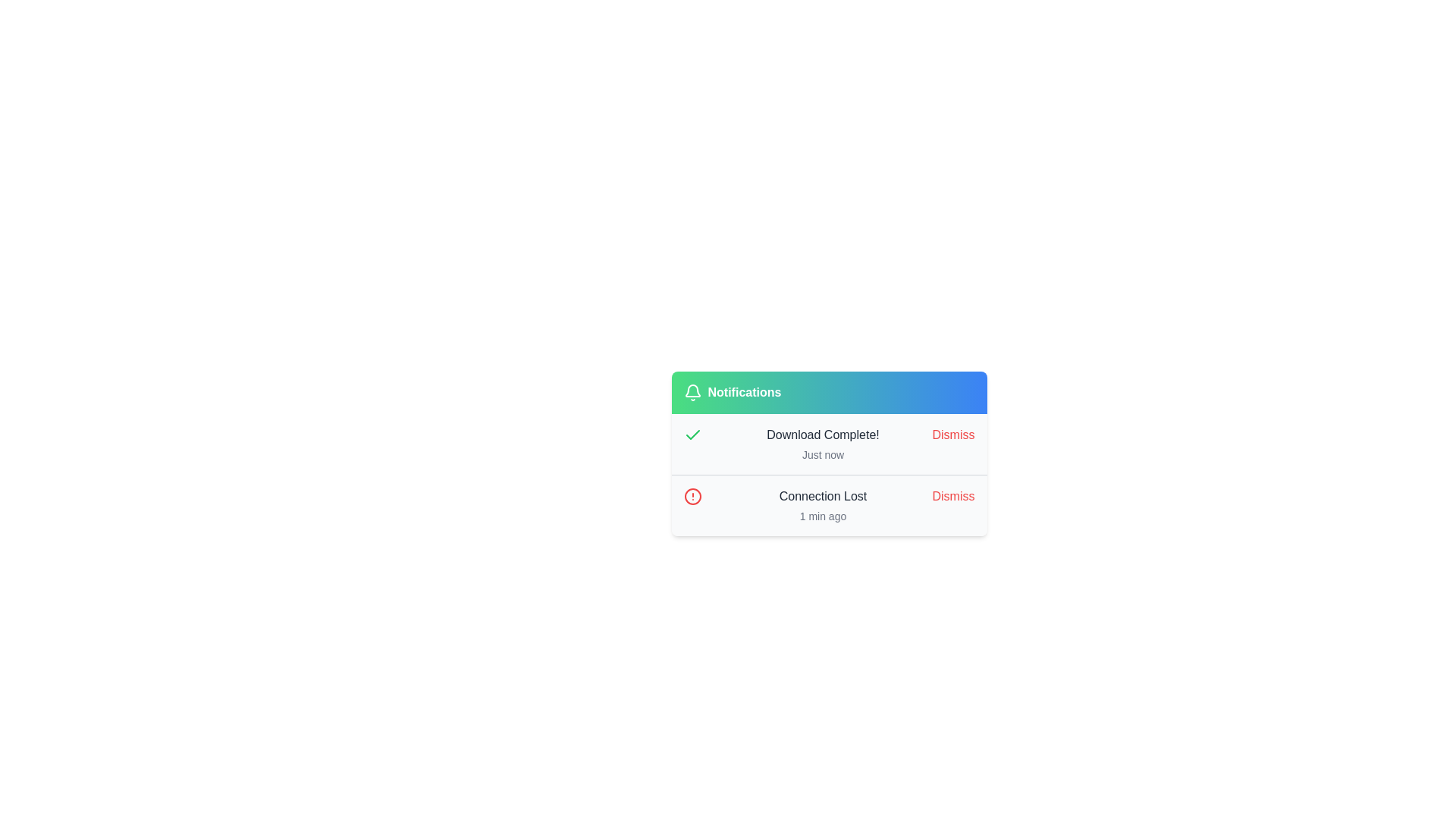  Describe the element at coordinates (822, 435) in the screenshot. I see `text label that displays 'Download Complete!' in bold dark gray font, located above the 'Just now' text within the notification card` at that location.